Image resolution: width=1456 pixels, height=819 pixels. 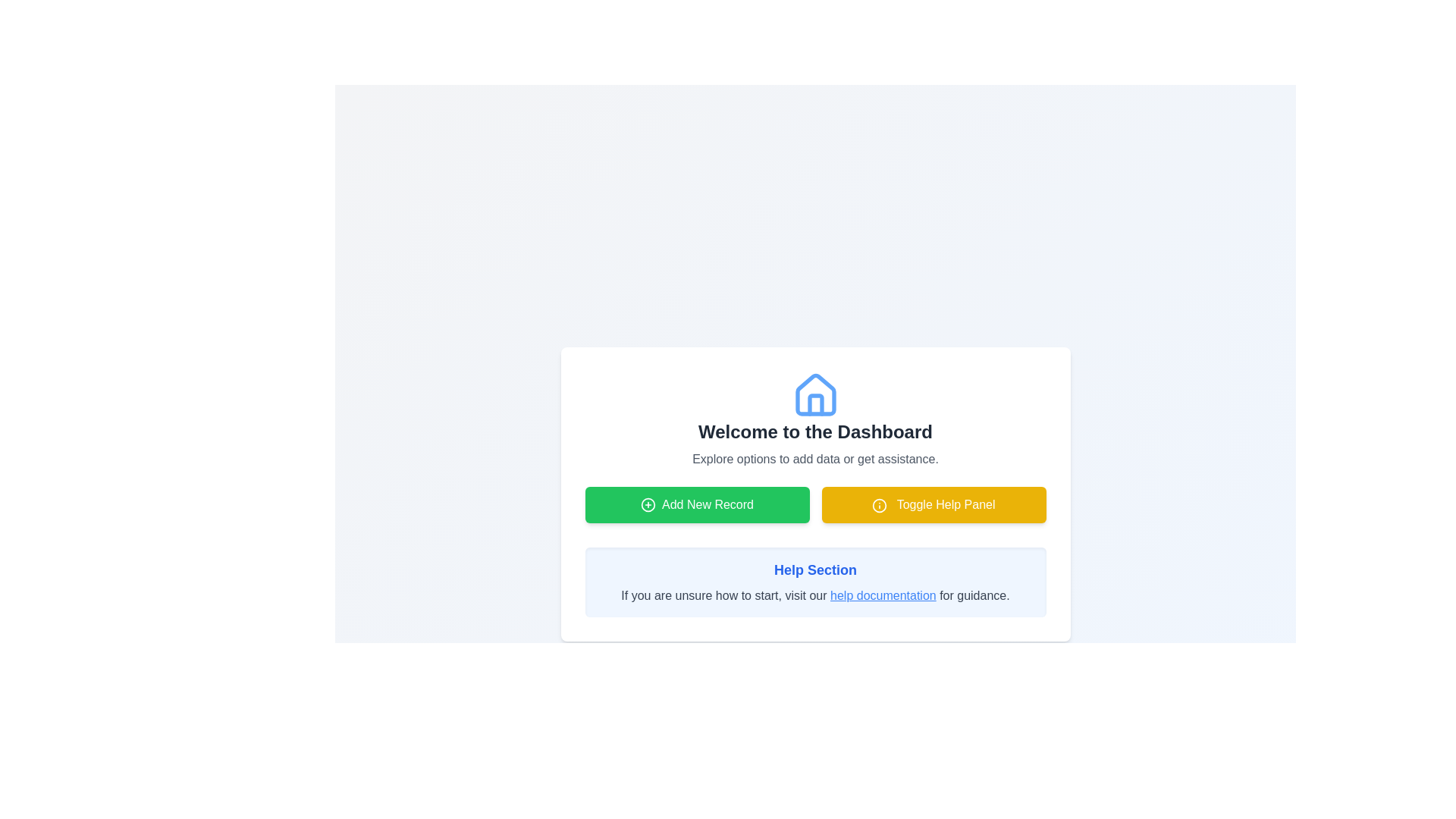 What do you see at coordinates (648, 505) in the screenshot?
I see `the icon located inside the green button labeled 'Add New Record', which supports the action of adding a new record` at bounding box center [648, 505].